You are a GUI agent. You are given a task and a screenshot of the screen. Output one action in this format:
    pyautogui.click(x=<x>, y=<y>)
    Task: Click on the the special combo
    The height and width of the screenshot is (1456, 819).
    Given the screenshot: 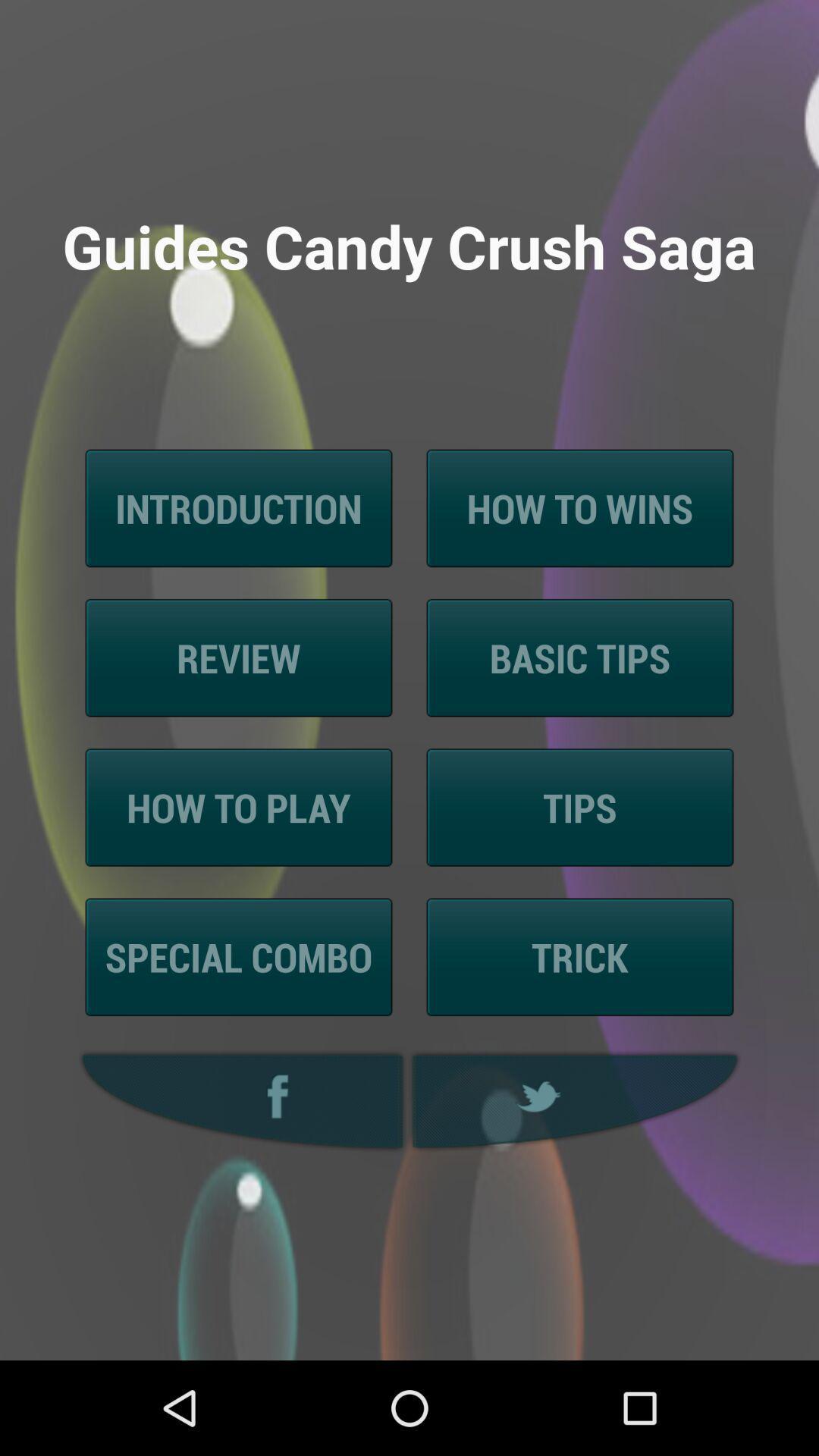 What is the action you would take?
    pyautogui.click(x=239, y=956)
    